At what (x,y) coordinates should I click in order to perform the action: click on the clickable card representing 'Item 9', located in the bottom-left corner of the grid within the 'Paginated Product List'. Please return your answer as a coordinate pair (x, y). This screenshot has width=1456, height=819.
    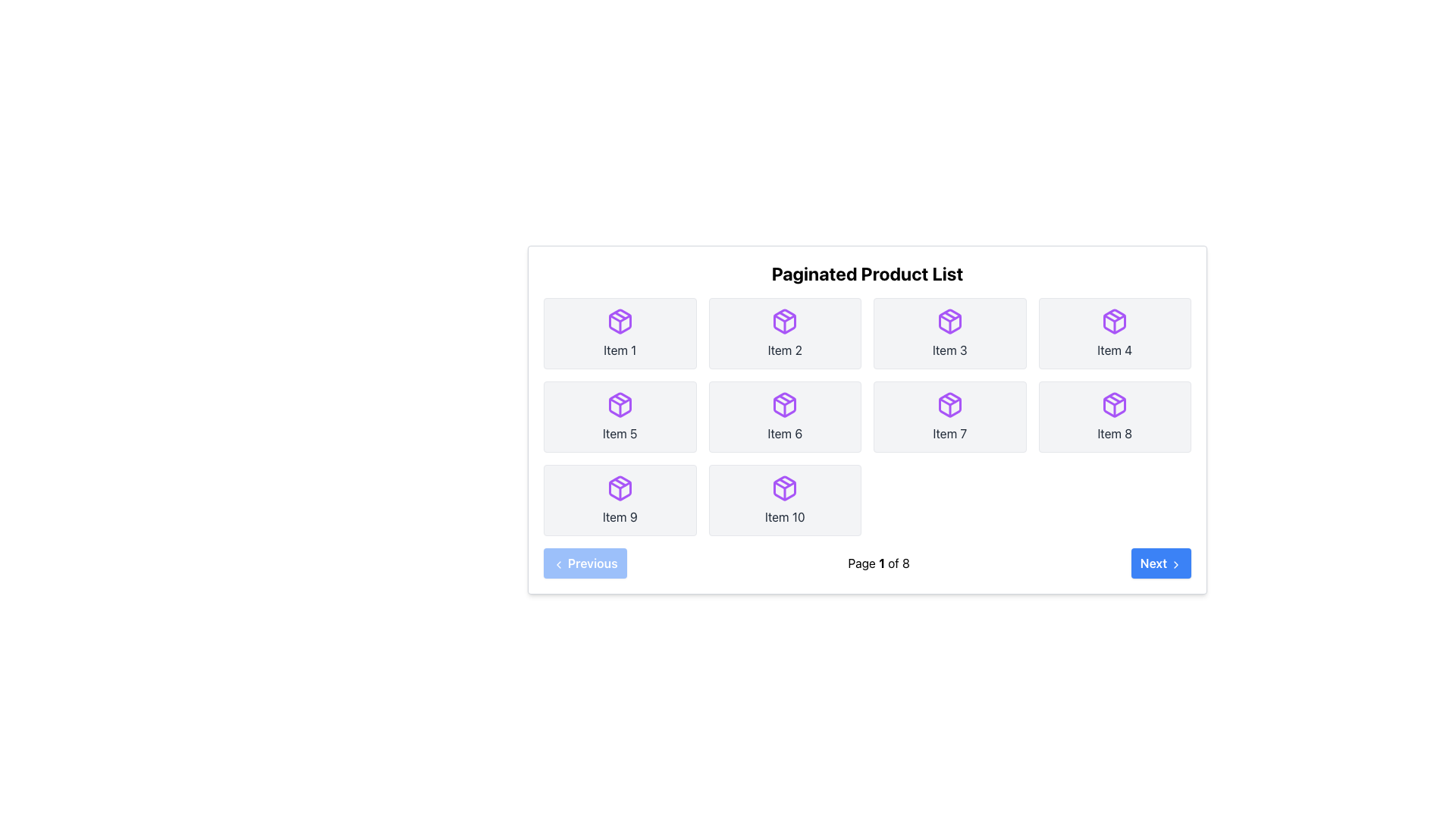
    Looking at the image, I should click on (620, 500).